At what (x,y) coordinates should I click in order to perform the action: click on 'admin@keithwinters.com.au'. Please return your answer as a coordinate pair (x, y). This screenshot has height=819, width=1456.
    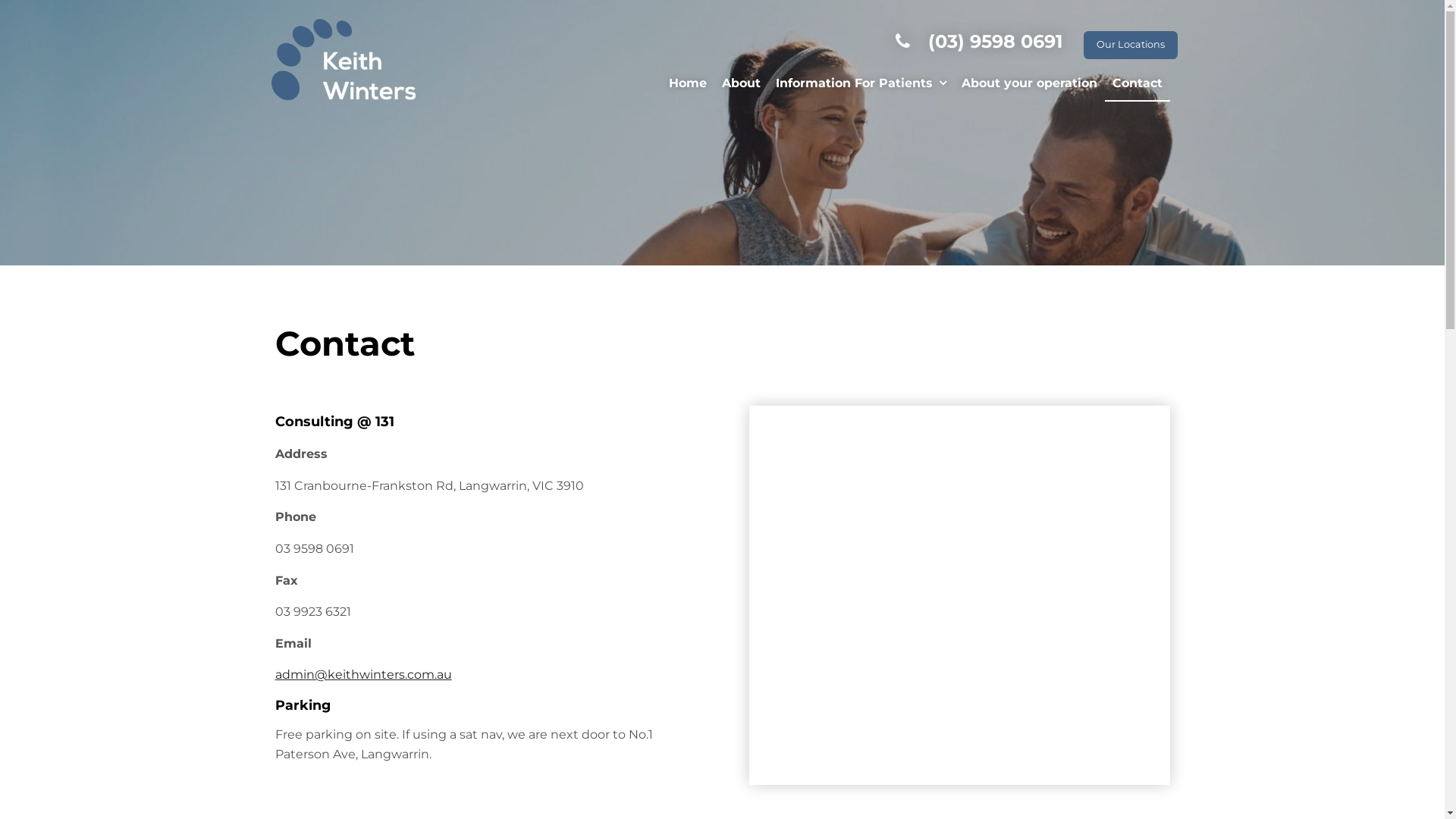
    Looking at the image, I should click on (274, 673).